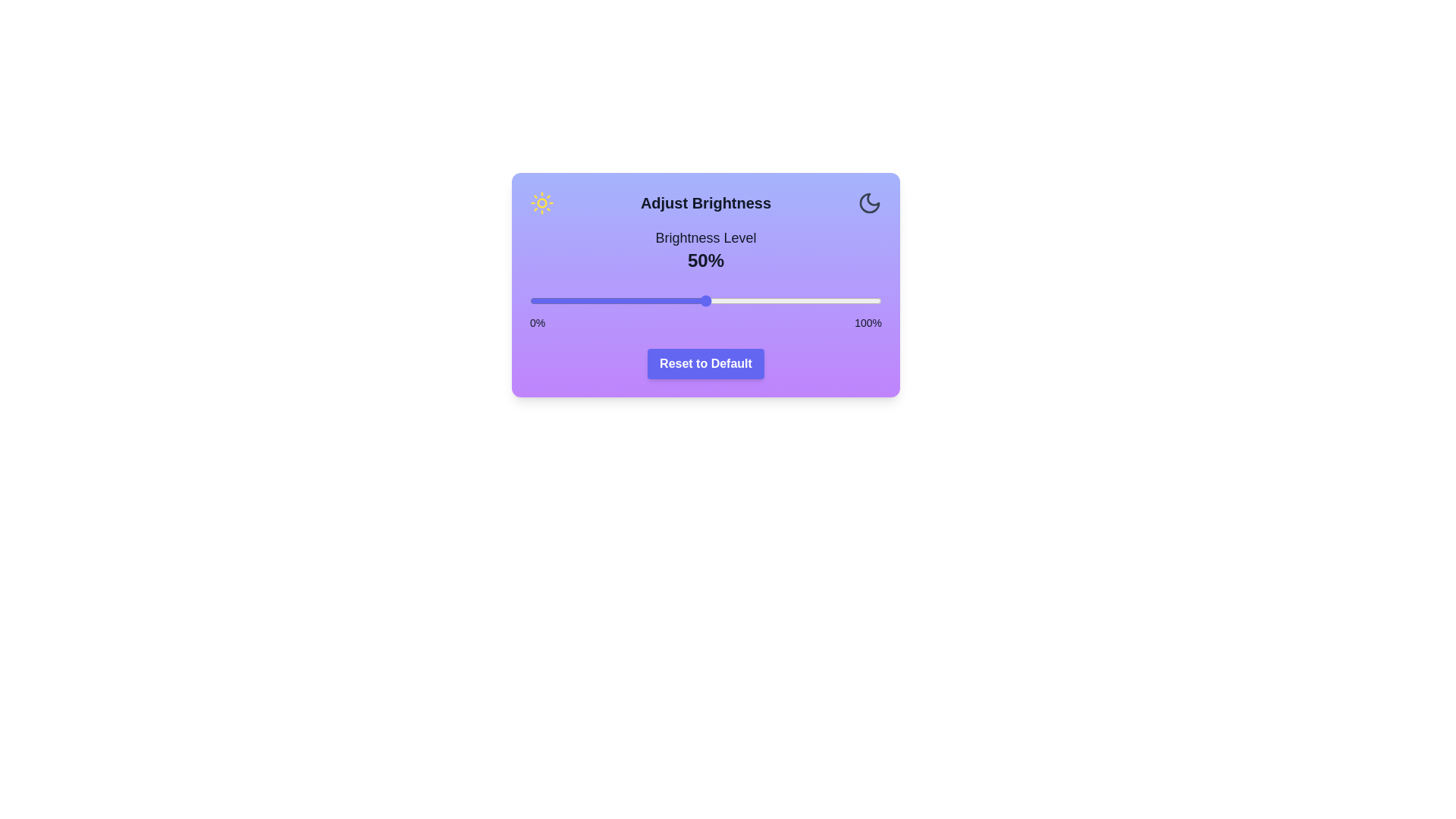 Image resolution: width=1456 pixels, height=819 pixels. What do you see at coordinates (705, 301) in the screenshot?
I see `the brightness slider to 50%` at bounding box center [705, 301].